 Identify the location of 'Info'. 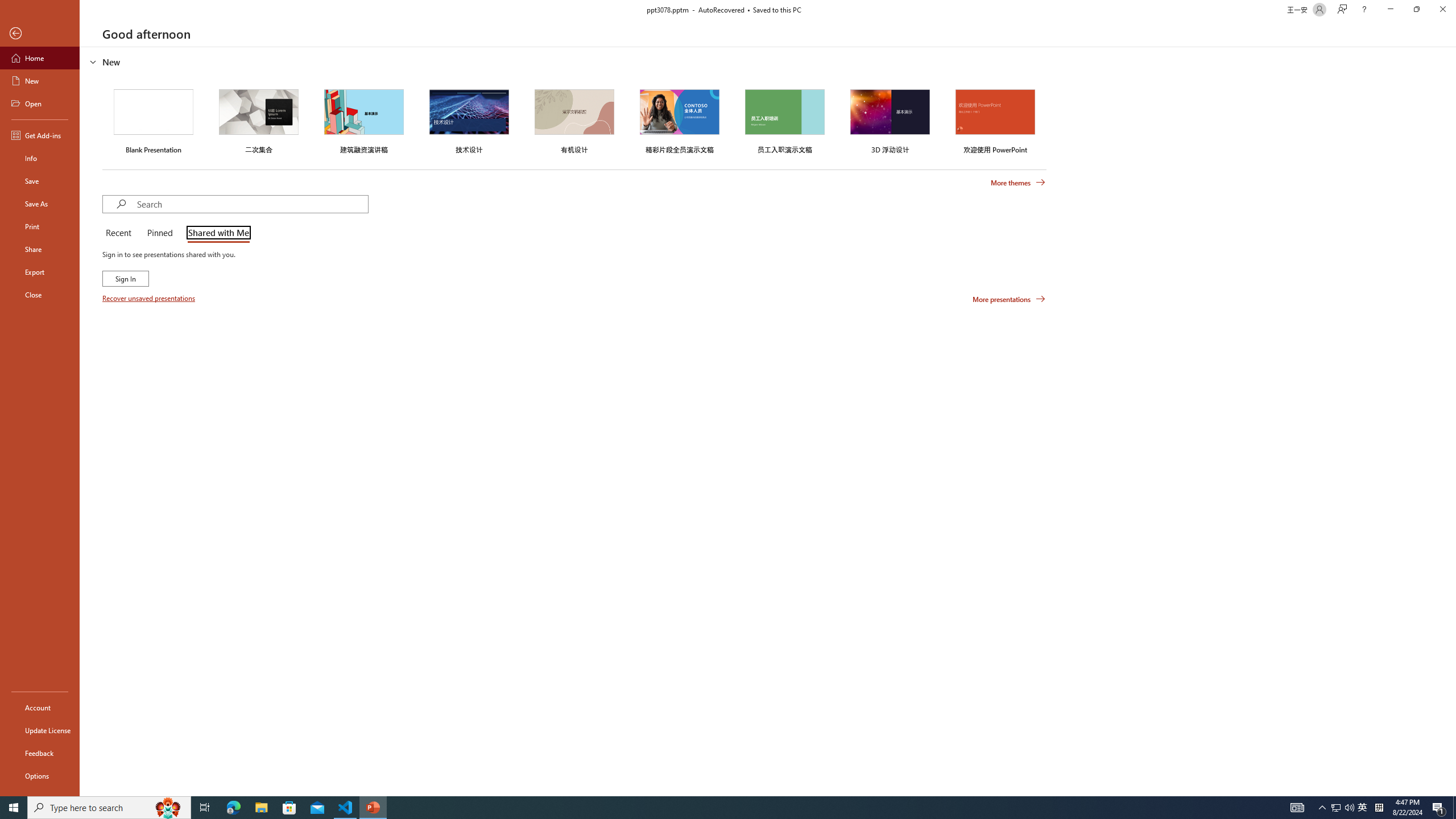
(39, 157).